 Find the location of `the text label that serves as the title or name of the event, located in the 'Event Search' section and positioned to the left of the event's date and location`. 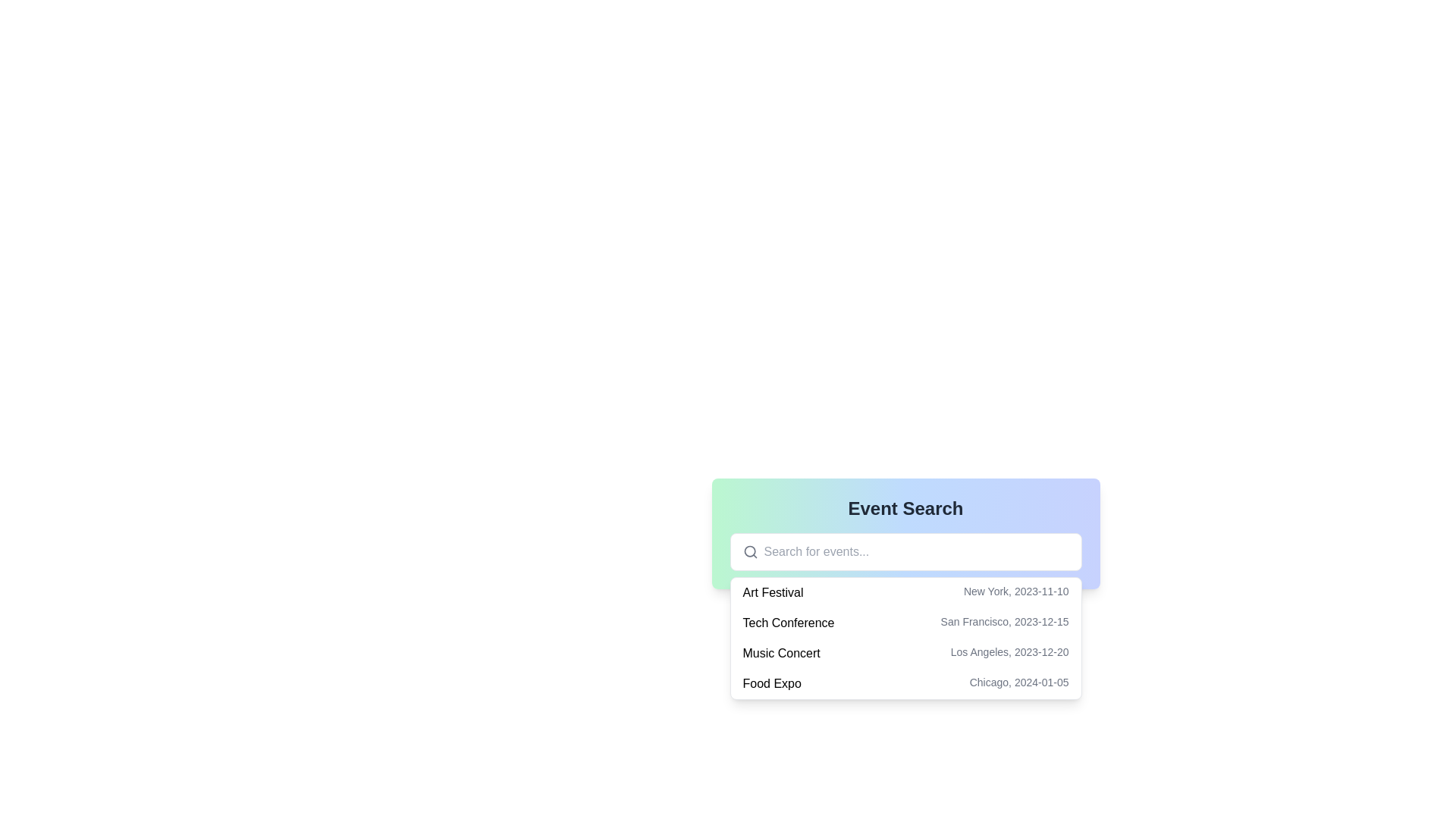

the text label that serves as the title or name of the event, located in the 'Event Search' section and positioned to the left of the event's date and location is located at coordinates (781, 652).